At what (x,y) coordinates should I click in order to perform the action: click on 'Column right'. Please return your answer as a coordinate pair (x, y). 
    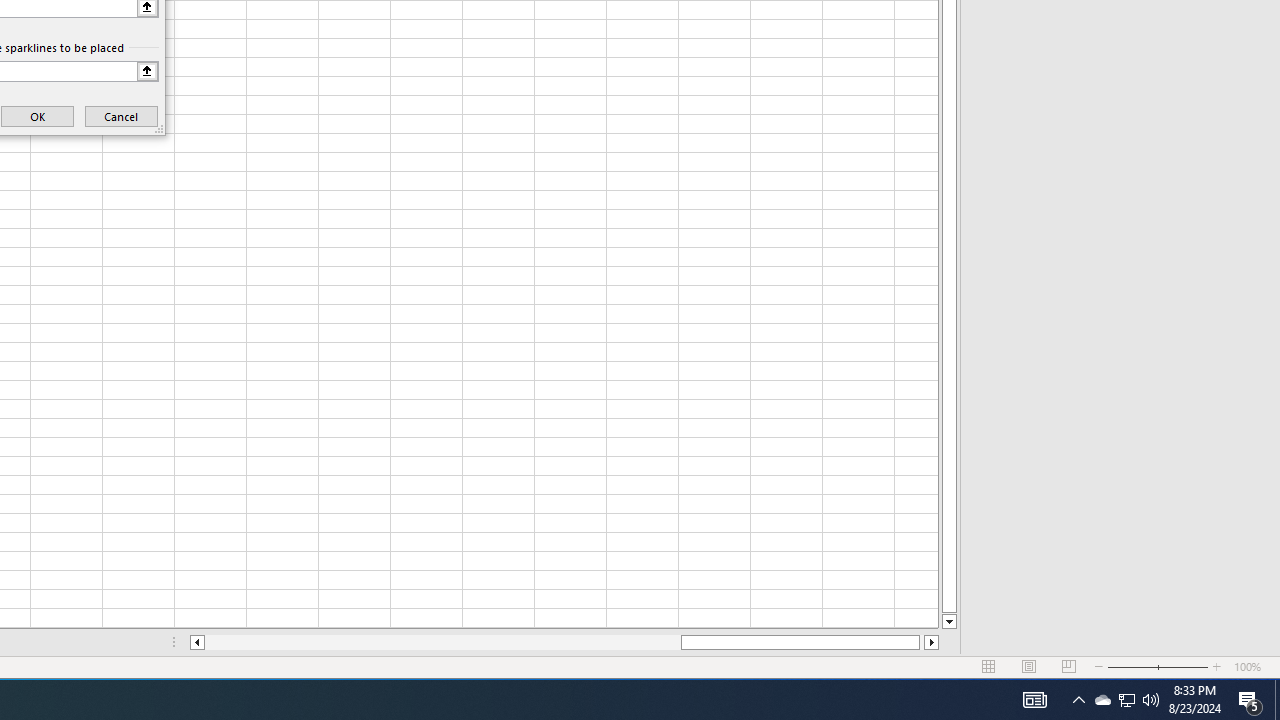
    Looking at the image, I should click on (931, 642).